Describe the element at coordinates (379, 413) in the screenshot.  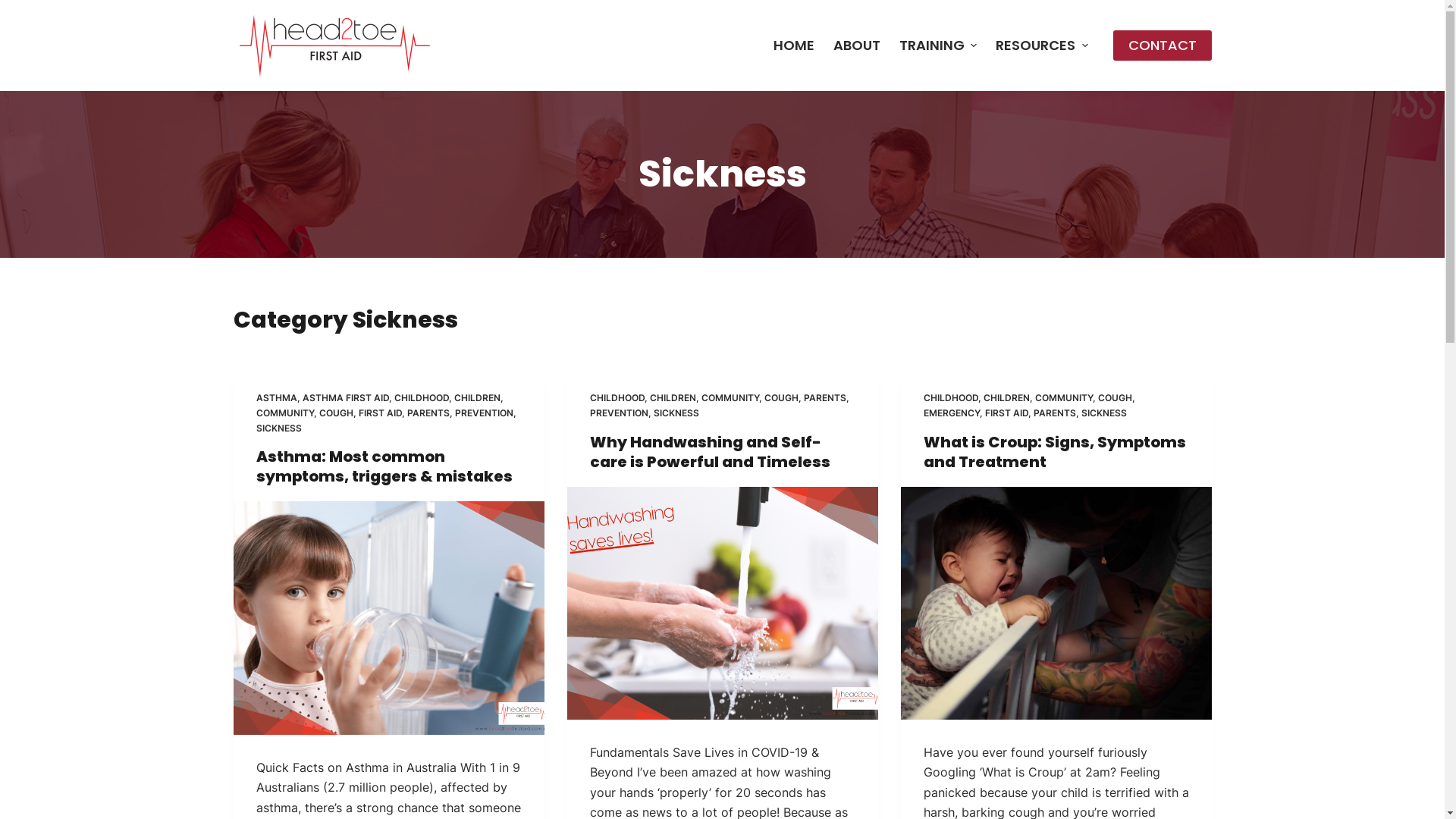
I see `'FIRST AID'` at that location.